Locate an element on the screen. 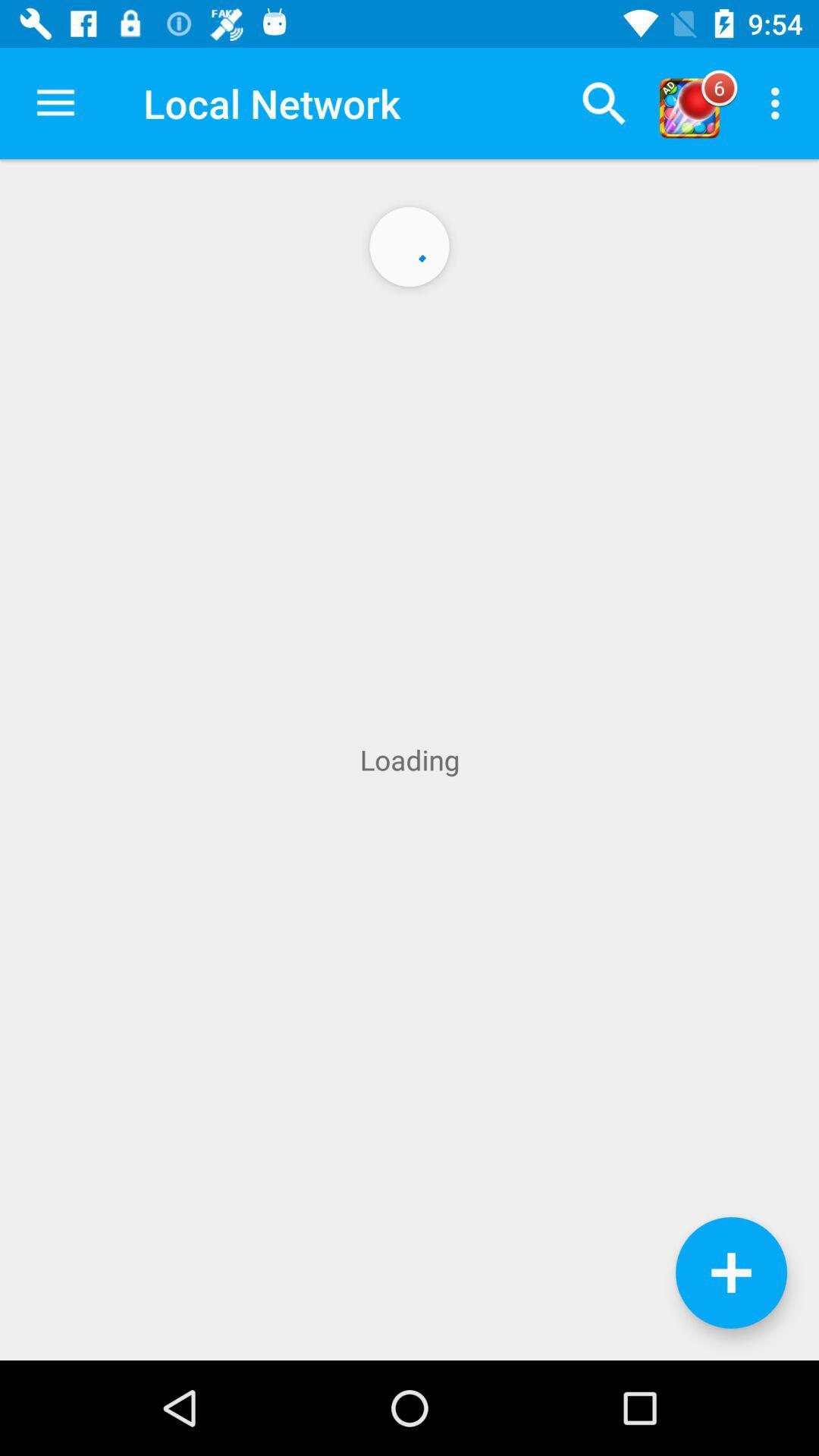 This screenshot has width=819, height=1456. more options is located at coordinates (730, 1272).